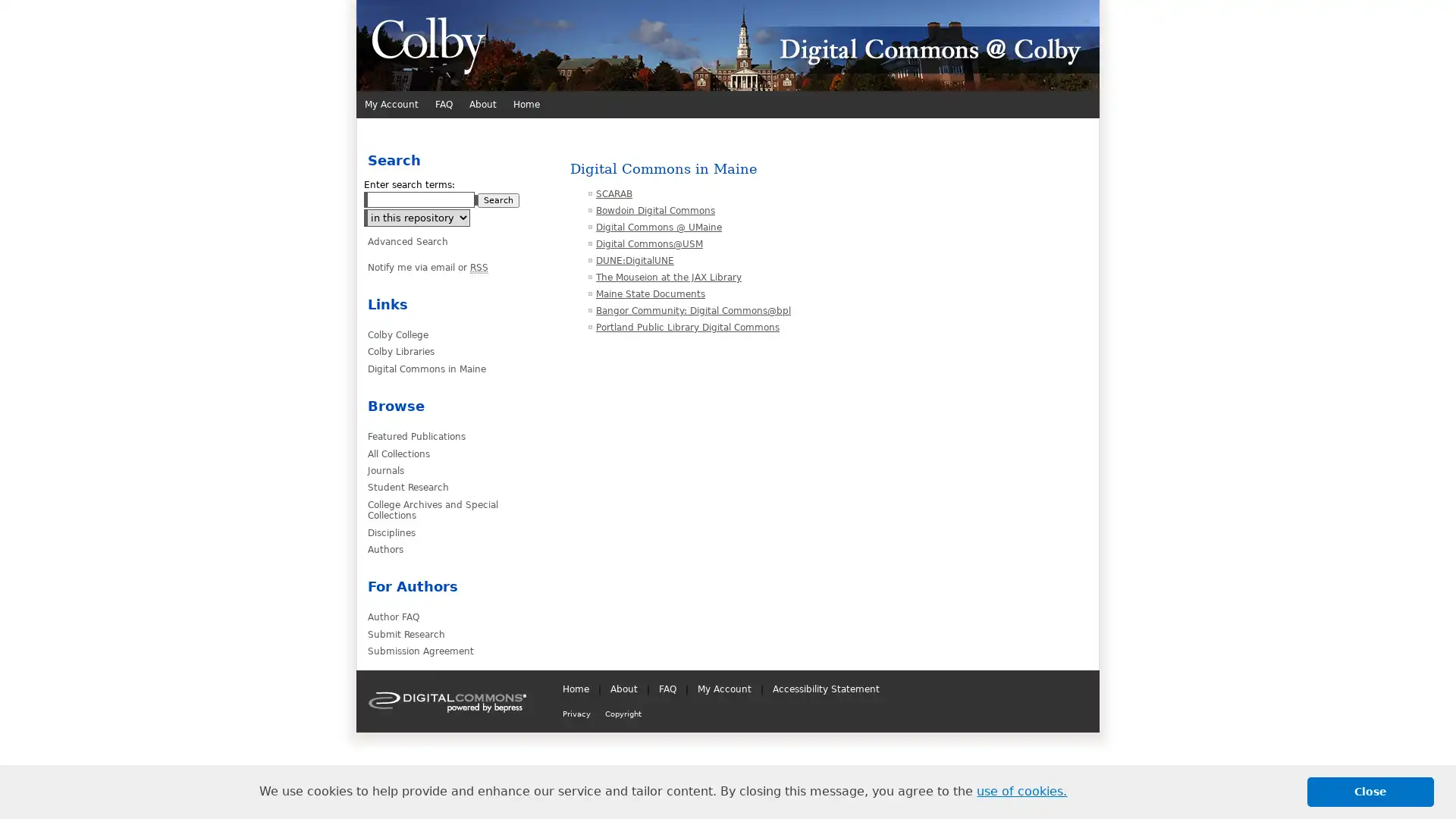 The image size is (1456, 819). What do you see at coordinates (498, 199) in the screenshot?
I see `Search` at bounding box center [498, 199].